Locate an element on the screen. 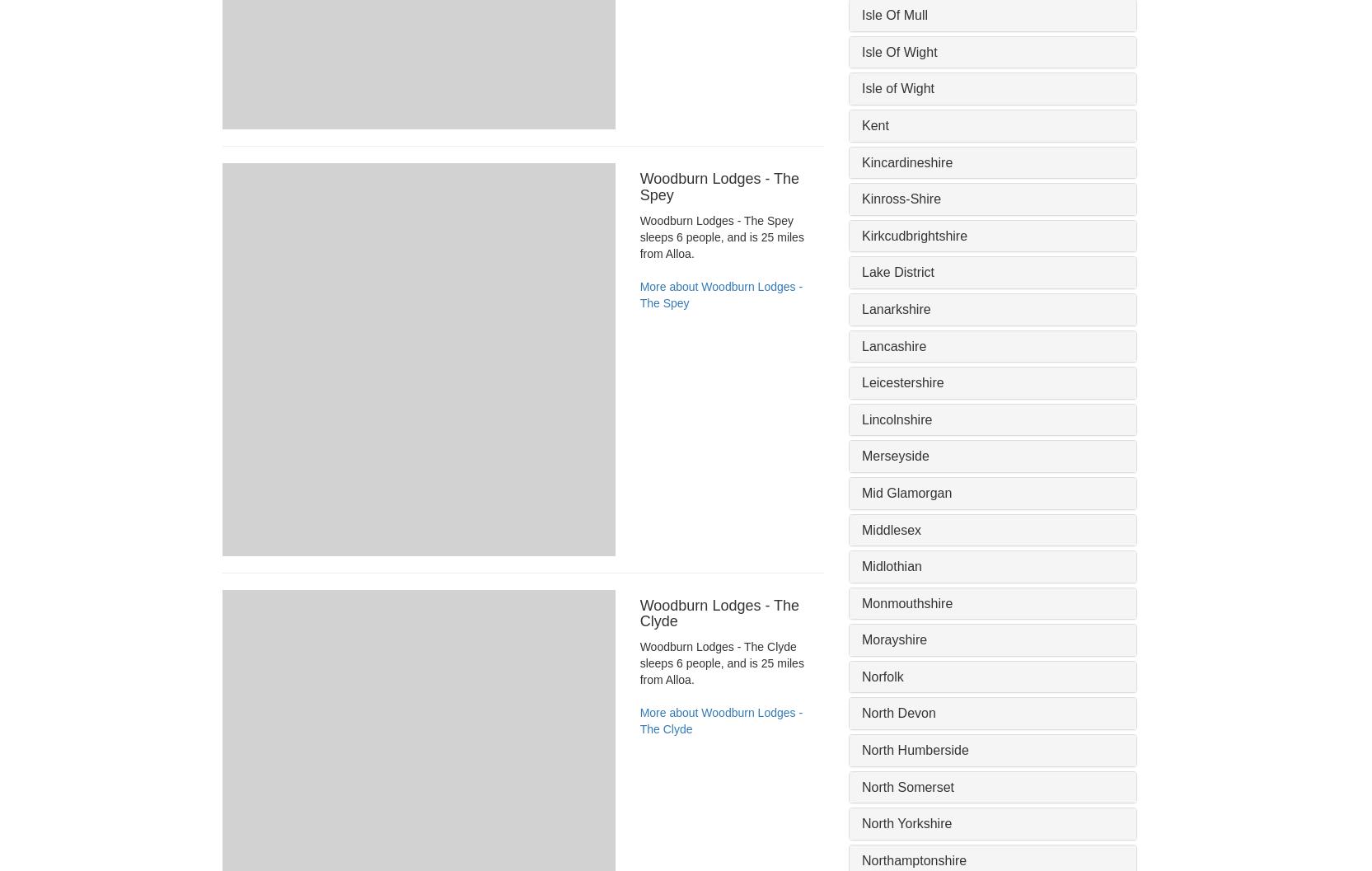  'North Devon' is located at coordinates (898, 712).